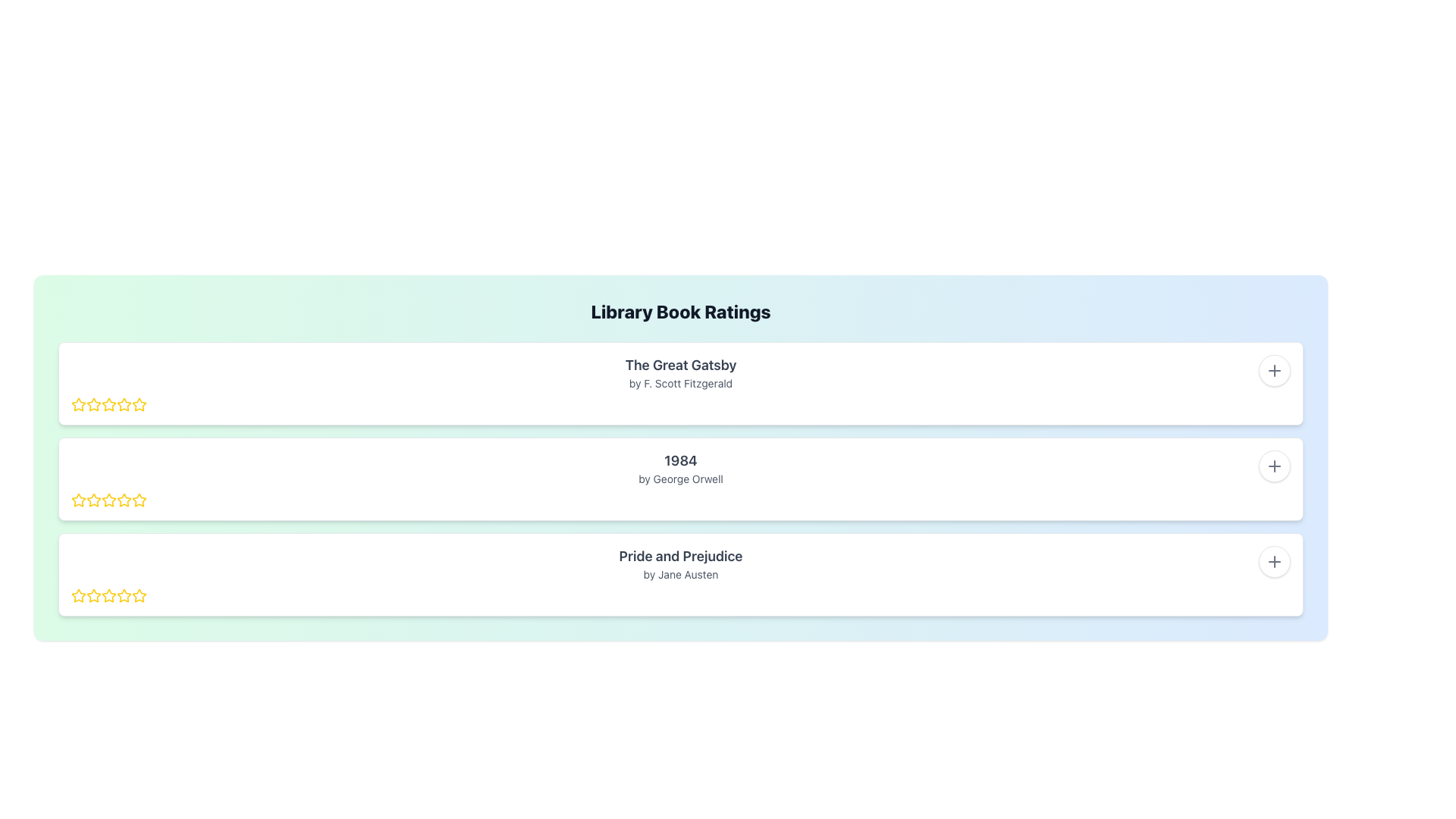  I want to click on the text label displaying the author's name for the book 'Pride and Prejudice', which is located below the title and above the star rating icons, so click(679, 575).